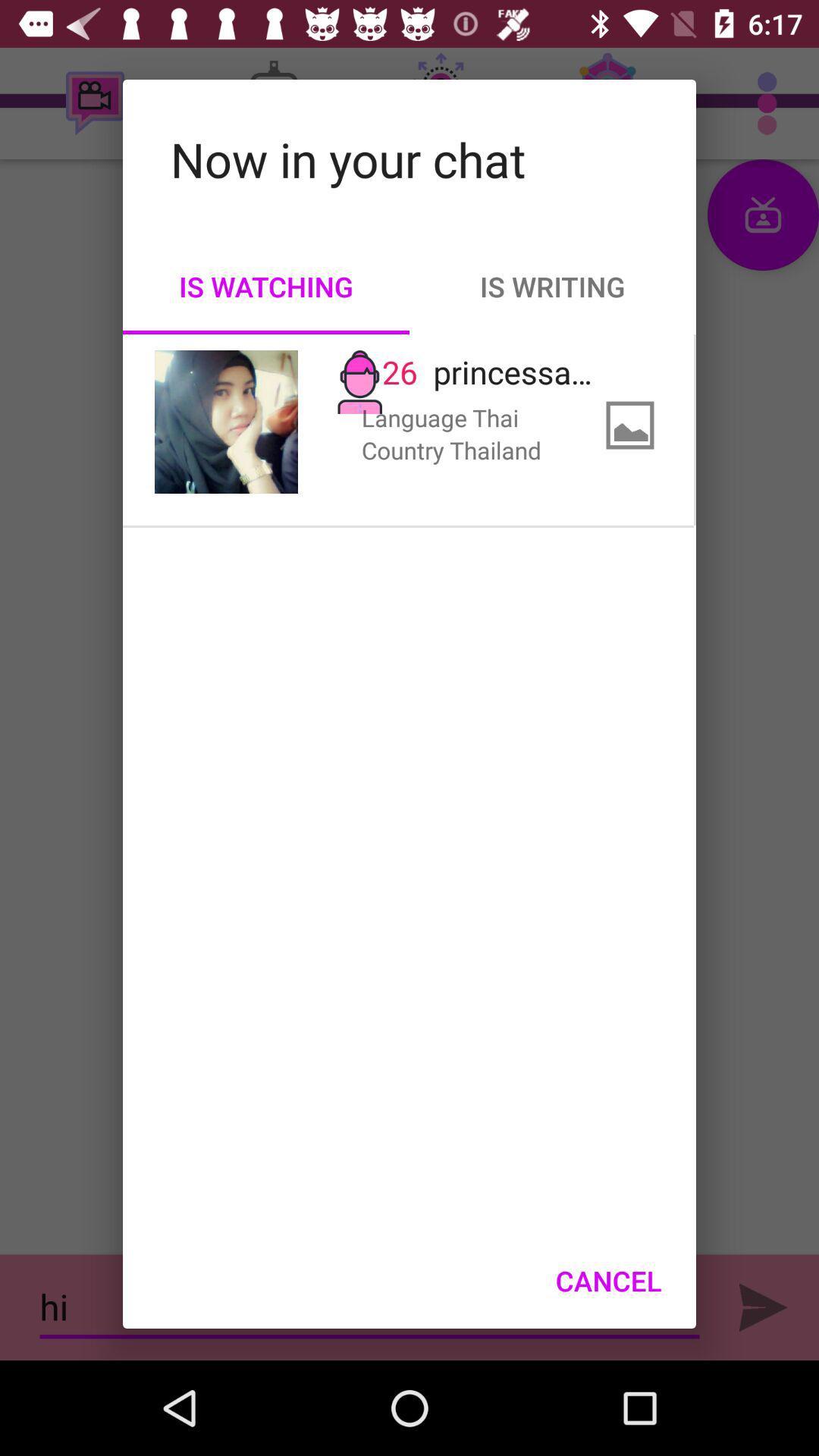 This screenshot has width=819, height=1456. I want to click on item to the left of 26 item, so click(226, 422).